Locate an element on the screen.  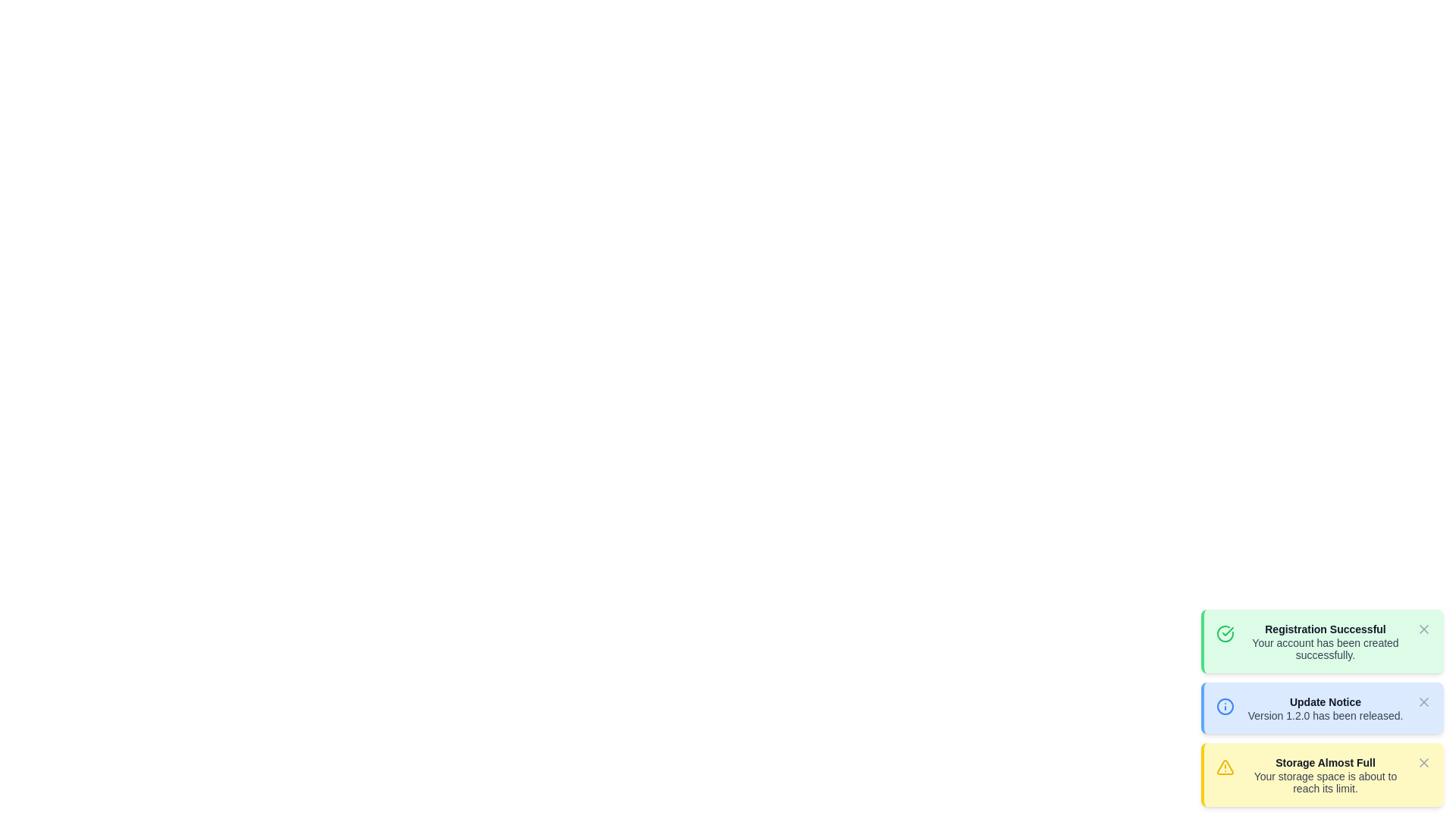
the circular success icon on the green background located in the top left corner of the 'Registration Successful' notification card is located at coordinates (1228, 632).